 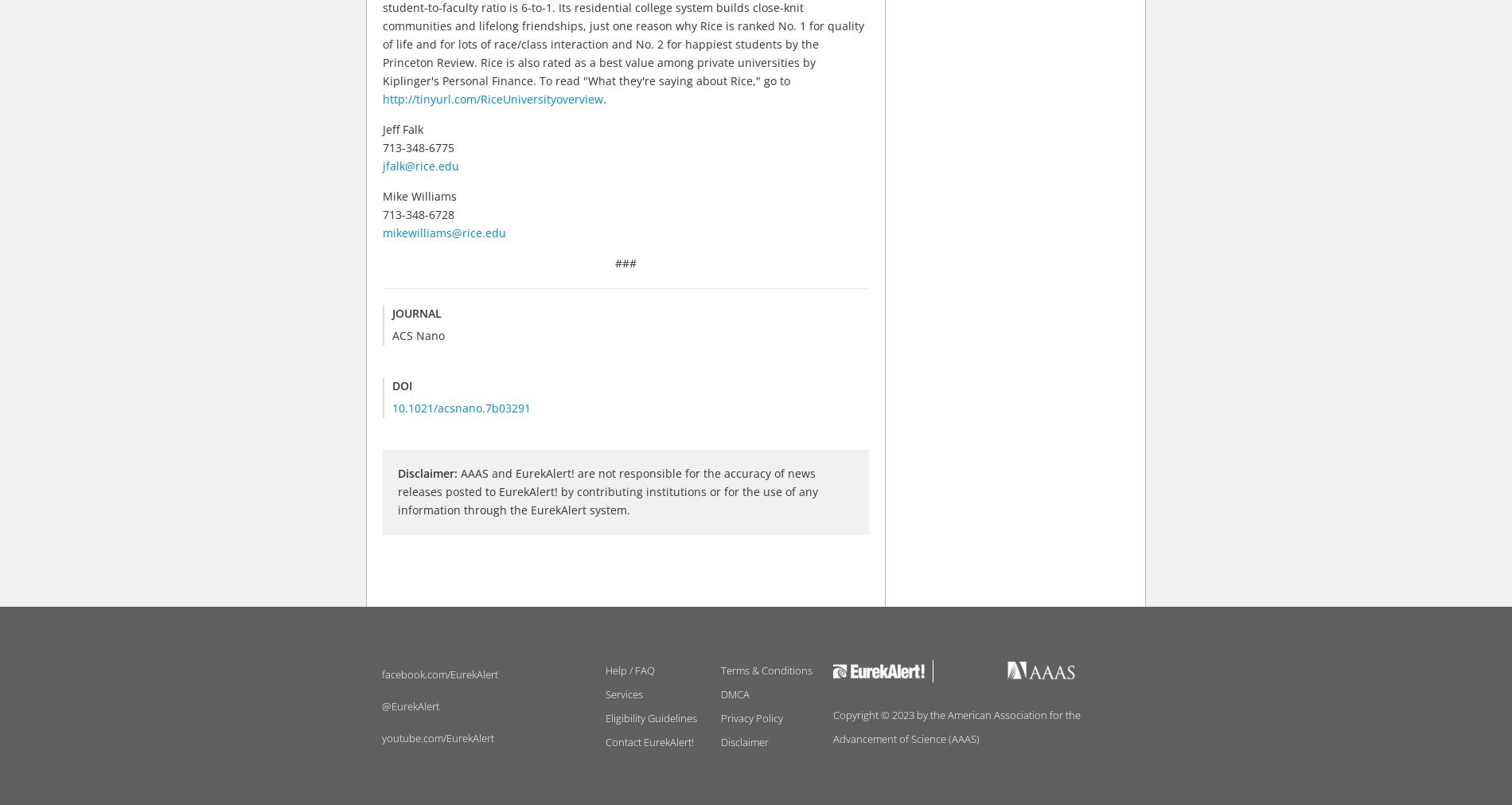 I want to click on 'Copyright © 2023 by the American Association for the Advancement of Science (AAAS)', so click(x=955, y=726).